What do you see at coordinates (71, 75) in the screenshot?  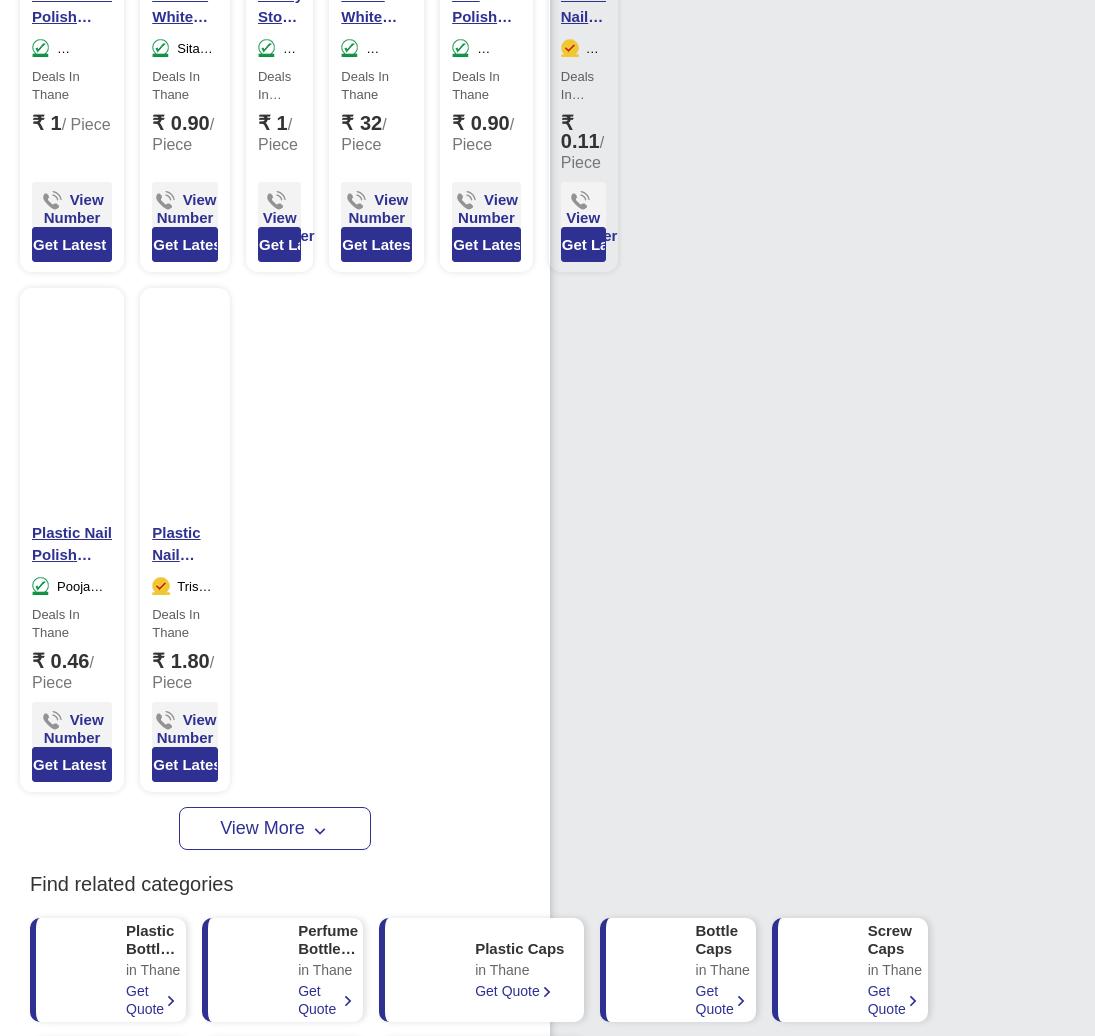 I see `'Siddhivinayak Plast'` at bounding box center [71, 75].